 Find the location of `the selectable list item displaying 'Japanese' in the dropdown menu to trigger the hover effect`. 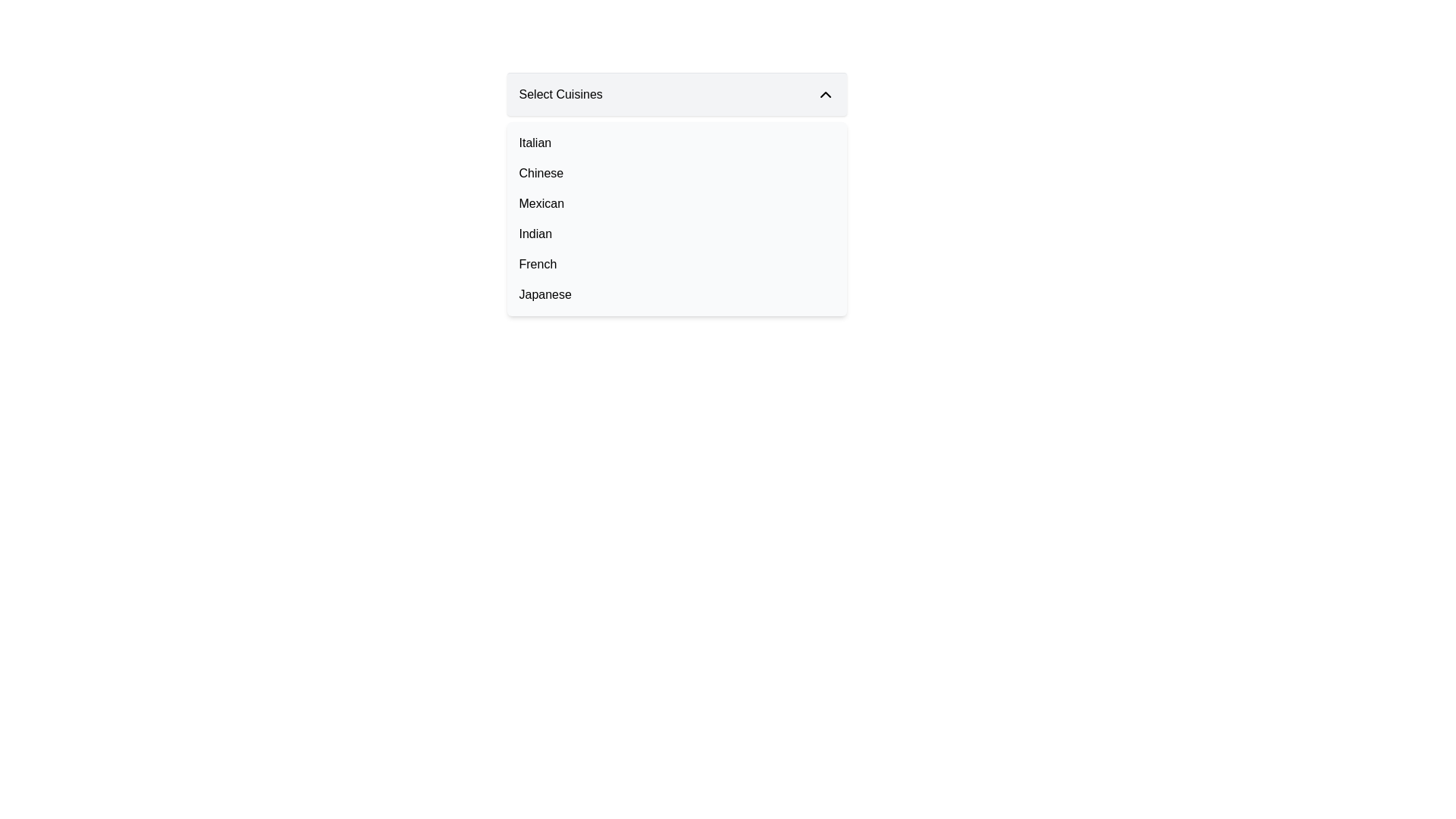

the selectable list item displaying 'Japanese' in the dropdown menu to trigger the hover effect is located at coordinates (676, 295).